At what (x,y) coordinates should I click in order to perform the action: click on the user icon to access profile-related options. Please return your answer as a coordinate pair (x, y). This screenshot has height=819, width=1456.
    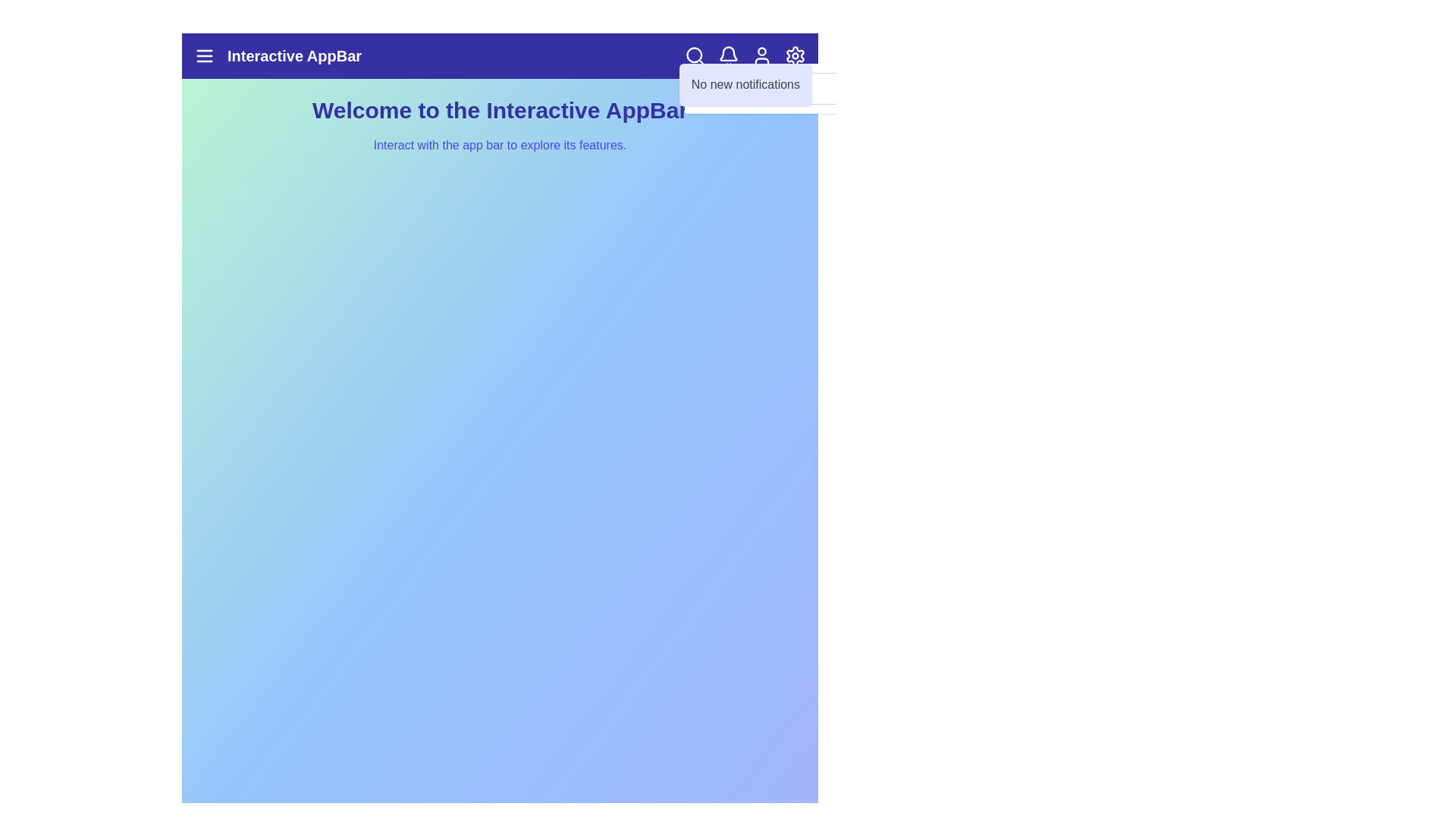
    Looking at the image, I should click on (761, 55).